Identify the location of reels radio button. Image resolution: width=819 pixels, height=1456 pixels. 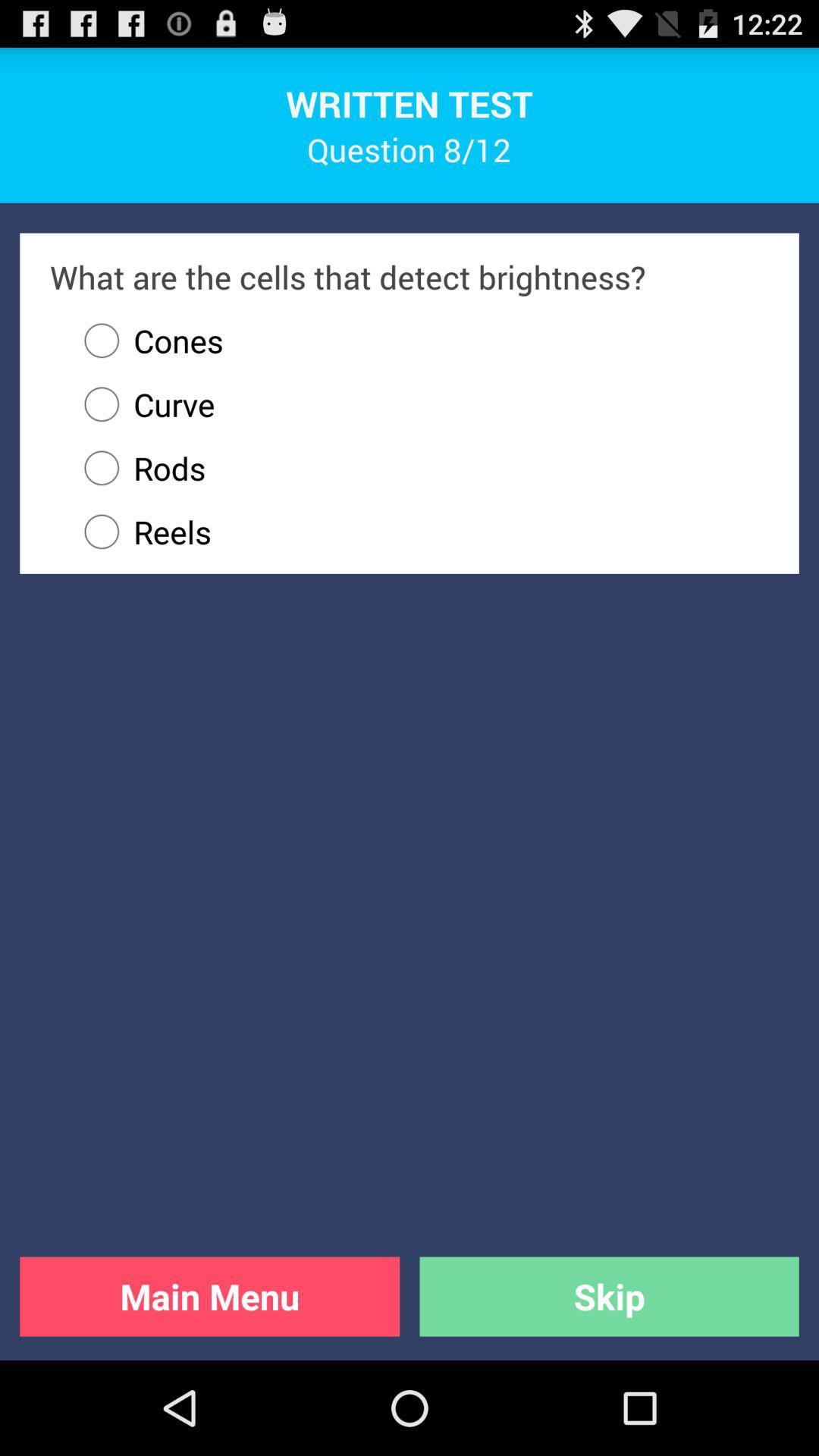
(419, 532).